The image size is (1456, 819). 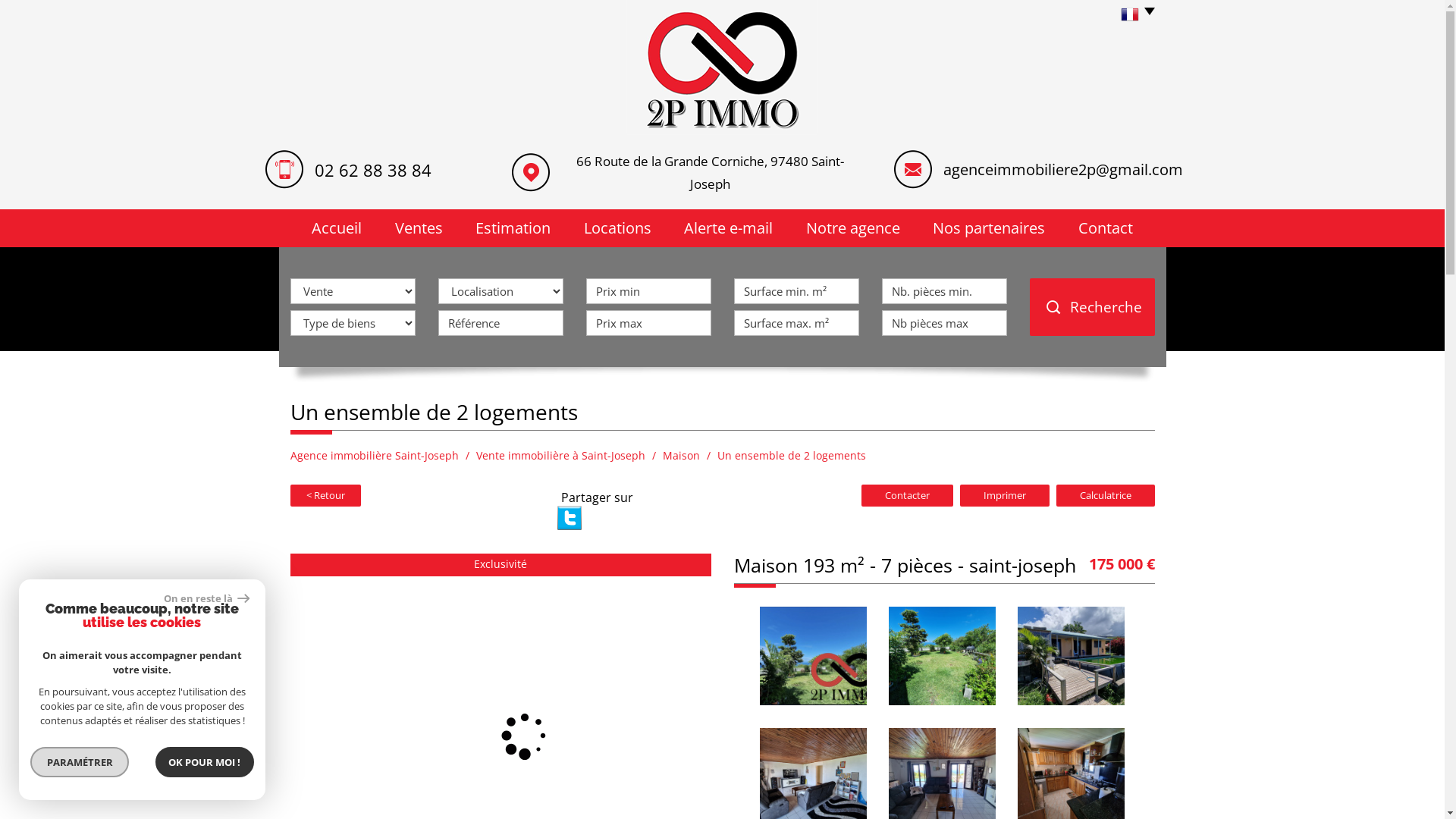 What do you see at coordinates (680, 454) in the screenshot?
I see `'Maison'` at bounding box center [680, 454].